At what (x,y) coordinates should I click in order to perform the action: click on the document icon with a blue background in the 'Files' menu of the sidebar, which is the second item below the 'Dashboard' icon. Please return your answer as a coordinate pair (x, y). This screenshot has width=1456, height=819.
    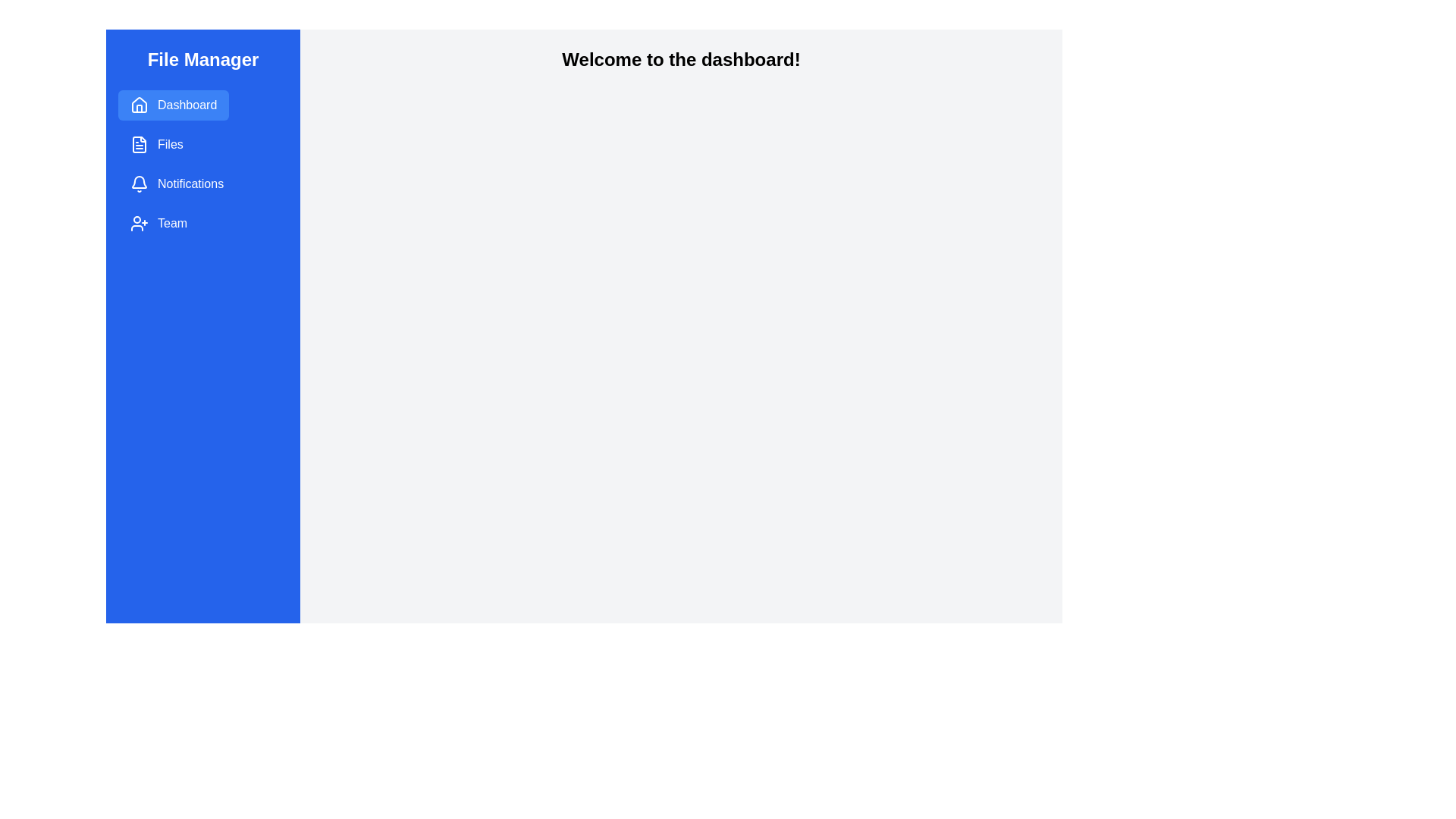
    Looking at the image, I should click on (139, 145).